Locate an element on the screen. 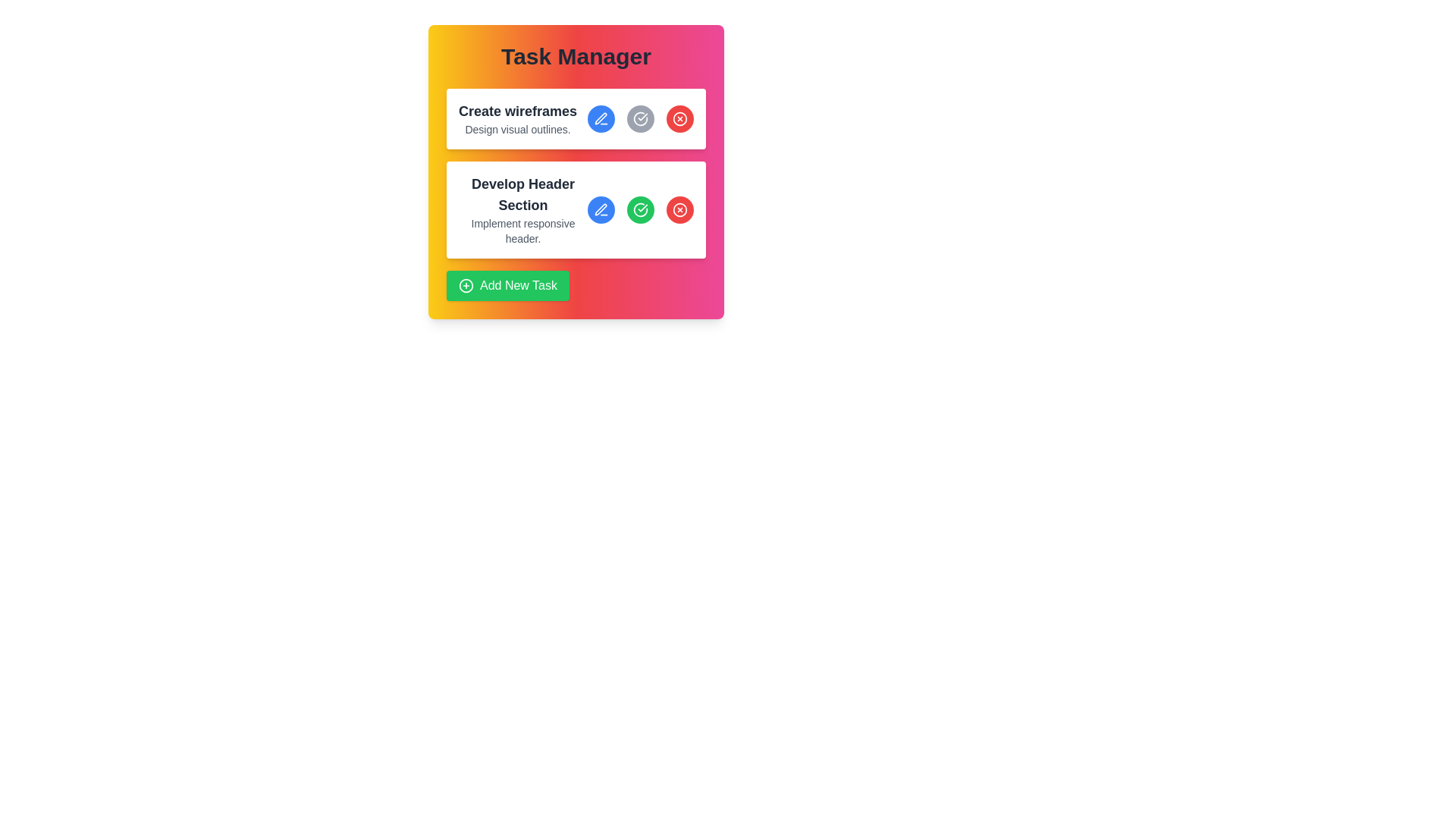 This screenshot has height=819, width=1456. the circular icon with a plus sign in its center, part of the 'Add New Task' button is located at coordinates (465, 286).